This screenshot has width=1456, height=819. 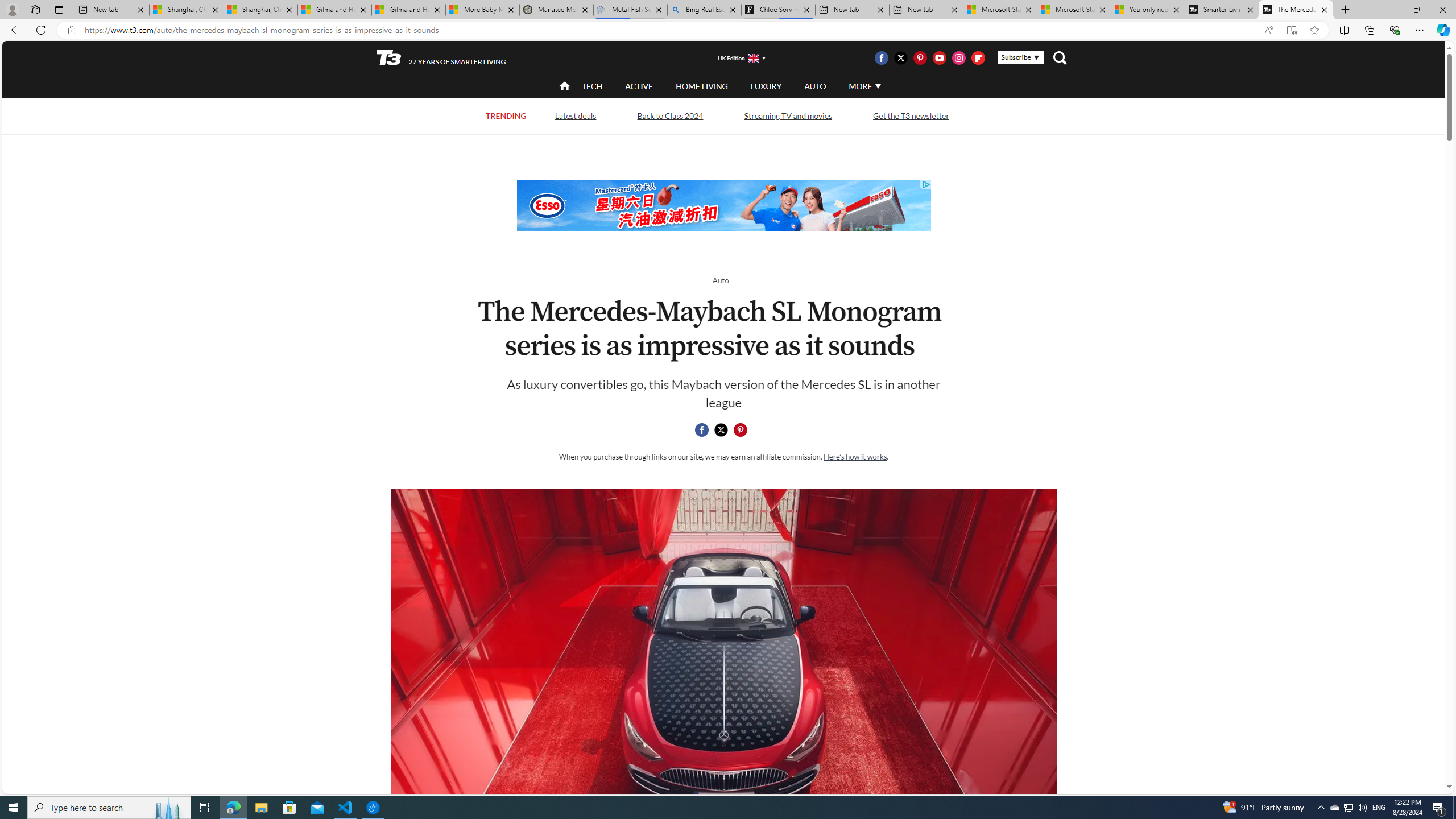 What do you see at coordinates (900, 57) in the screenshot?
I see `'Visit us on Twitter'` at bounding box center [900, 57].